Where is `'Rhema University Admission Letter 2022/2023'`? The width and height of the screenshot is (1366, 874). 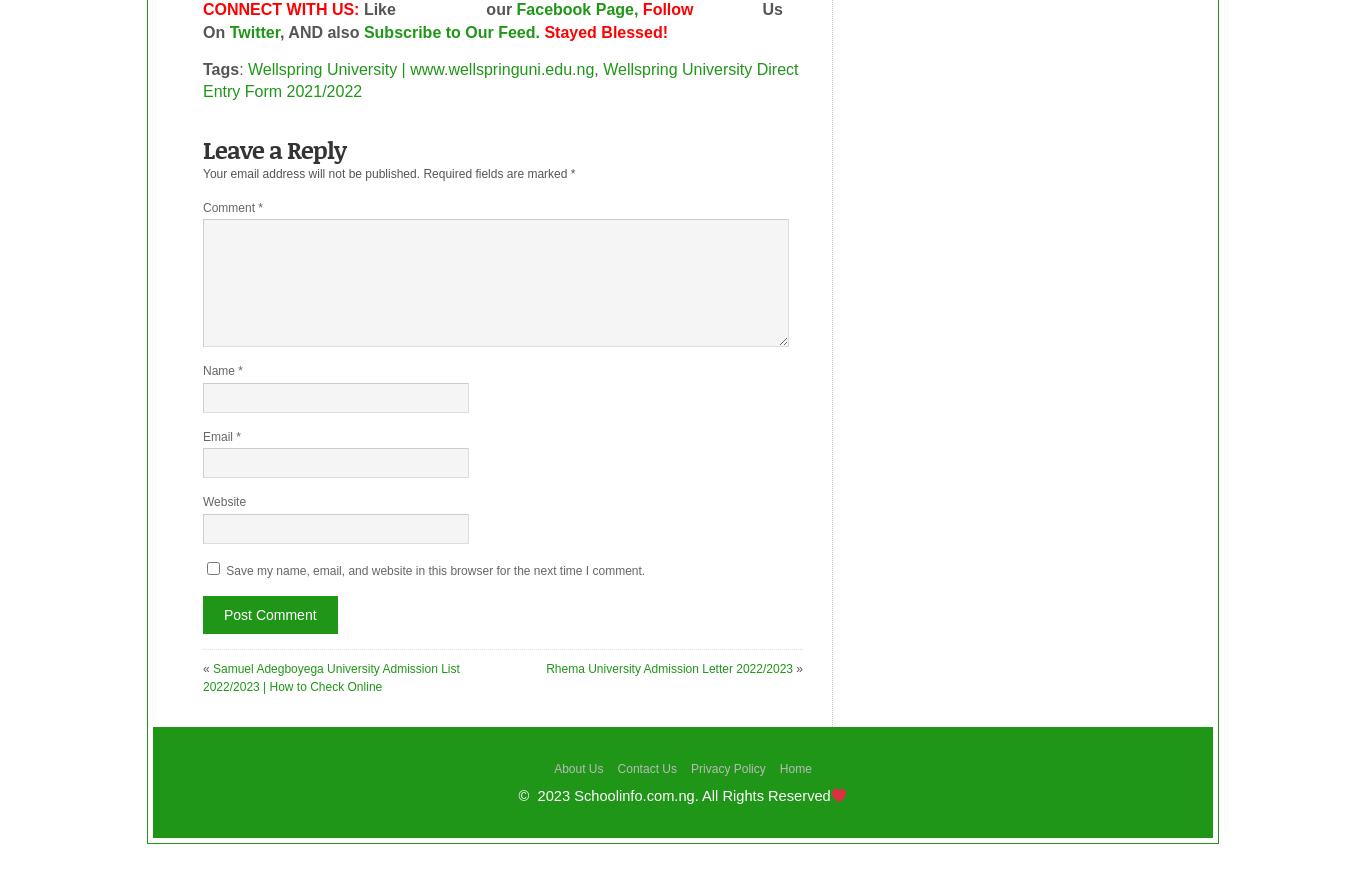
'Rhema University Admission Letter 2022/2023' is located at coordinates (668, 667).